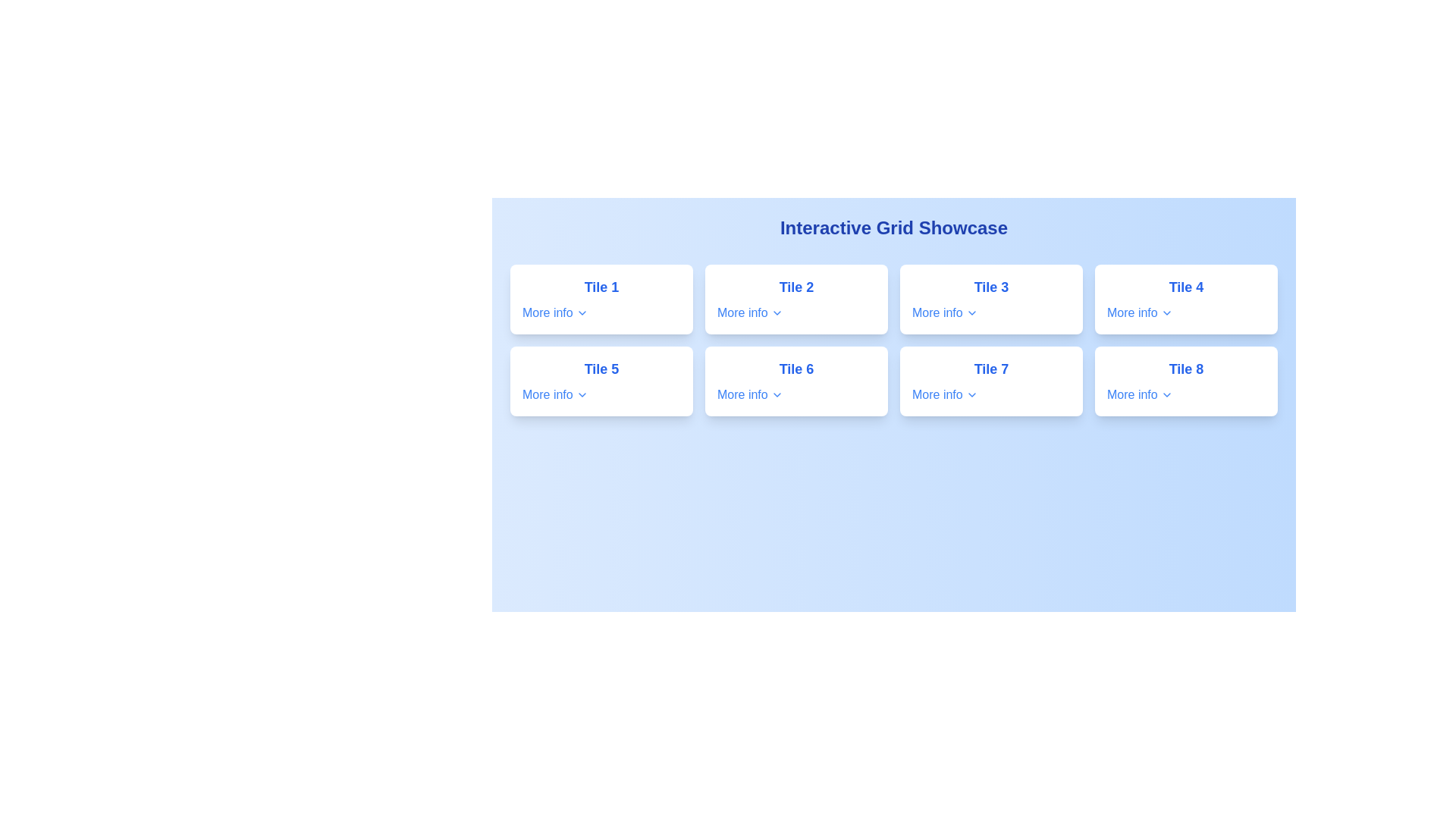 This screenshot has width=1456, height=819. Describe the element at coordinates (991, 369) in the screenshot. I see `prominent blue text label 'Tile 7' located in the first column of the second row in the grid, which is visually distinct due to its bold font and color` at that location.